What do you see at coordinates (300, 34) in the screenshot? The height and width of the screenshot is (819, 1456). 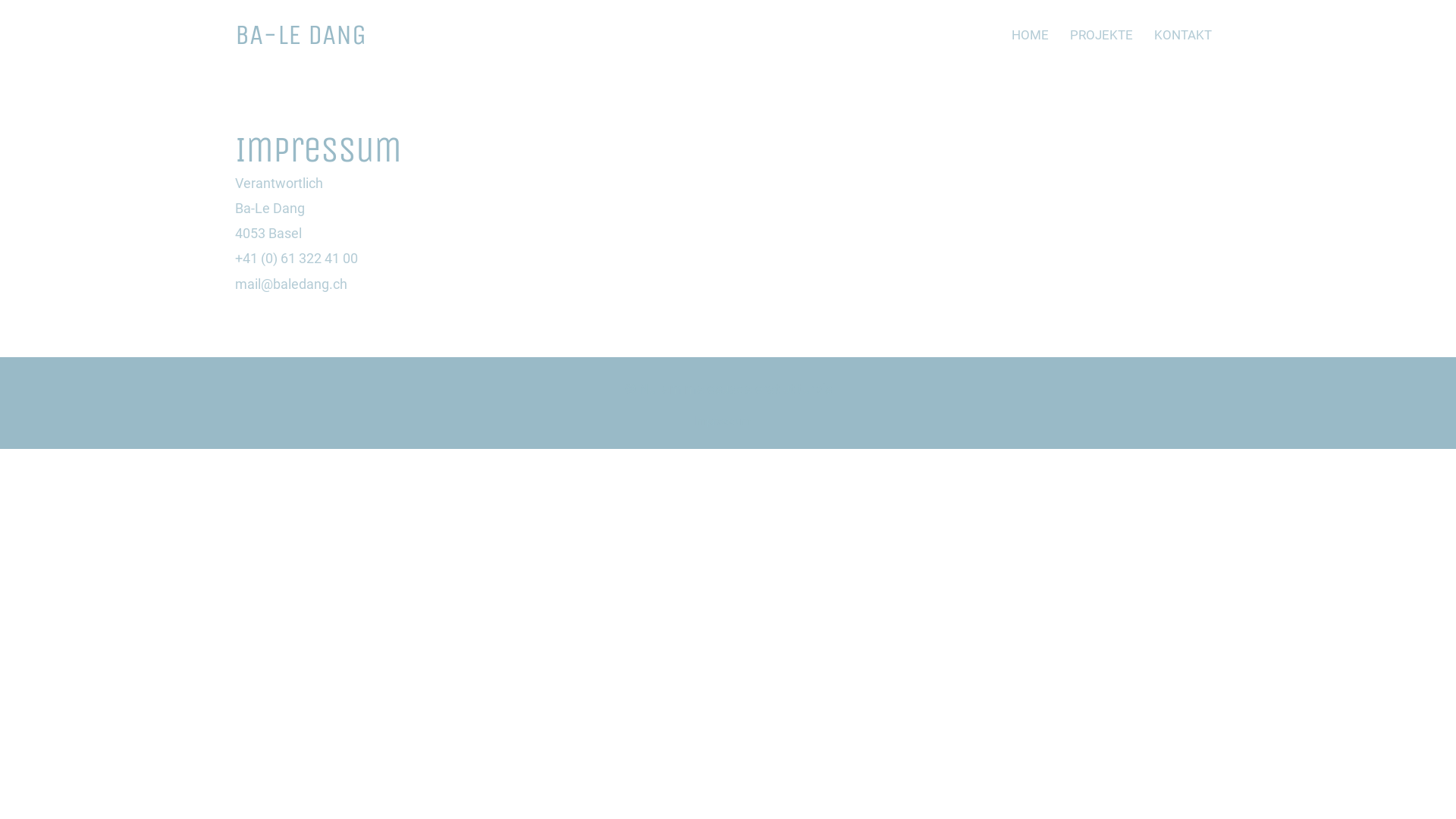 I see `'BA-LE DANG'` at bounding box center [300, 34].